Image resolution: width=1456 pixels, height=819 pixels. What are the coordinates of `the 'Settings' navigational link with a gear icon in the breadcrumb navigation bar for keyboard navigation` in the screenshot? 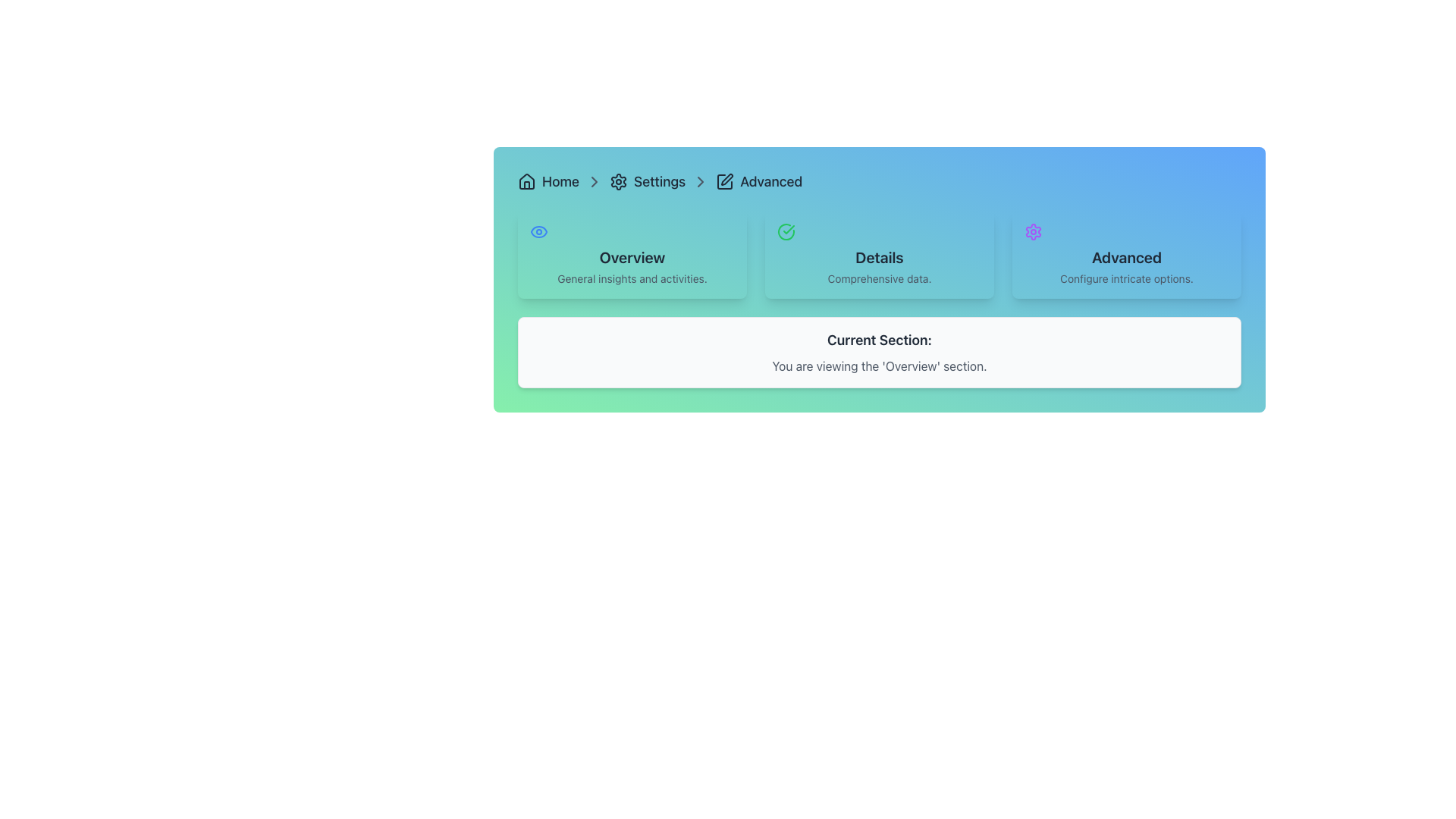 It's located at (648, 180).